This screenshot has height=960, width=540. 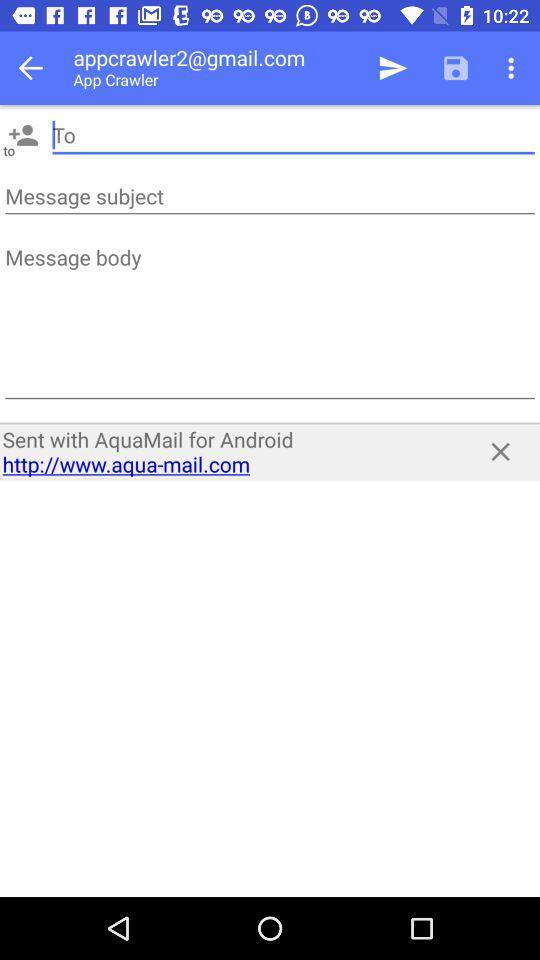 I want to click on icon on the right, so click(x=499, y=451).